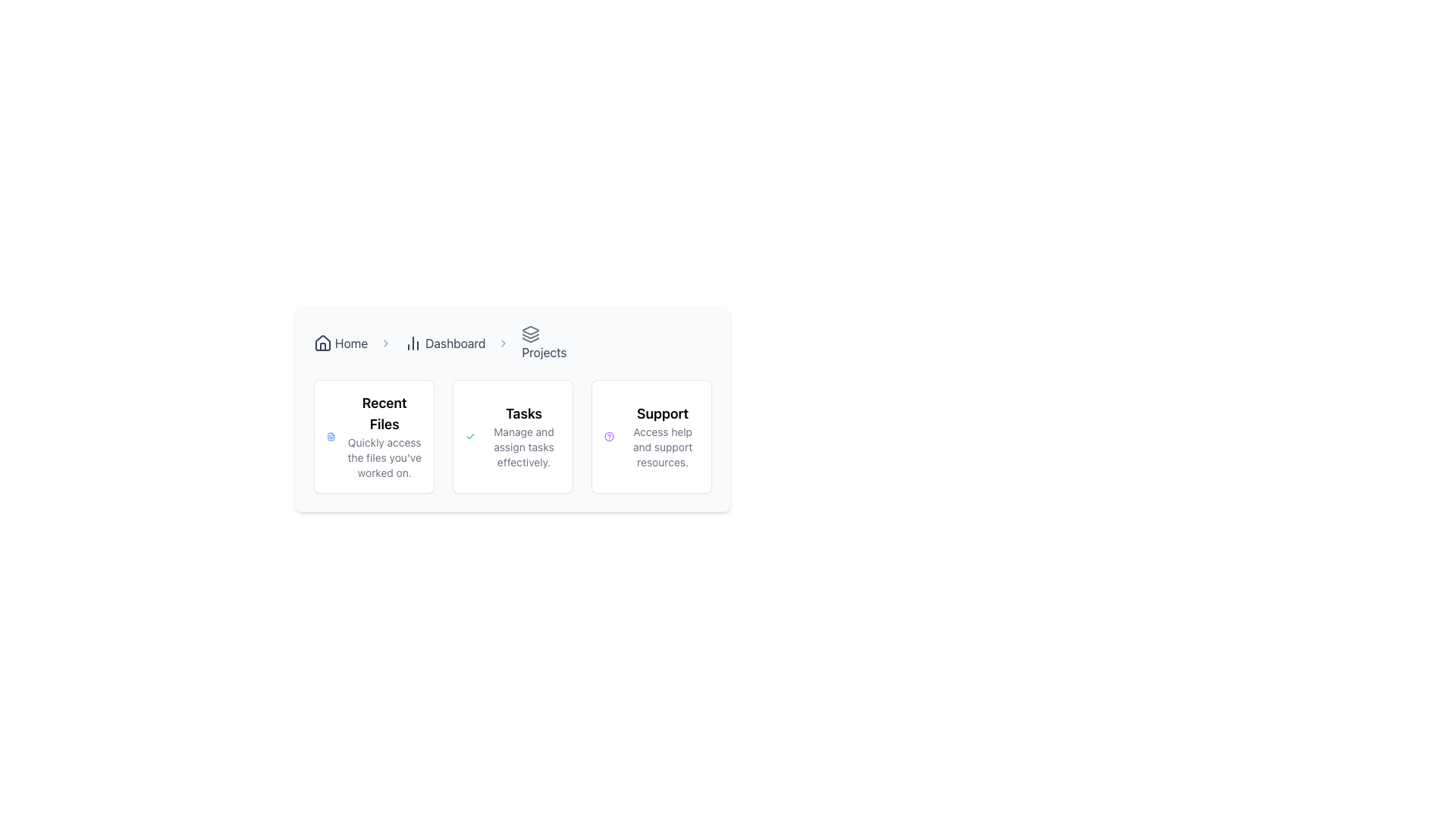 The width and height of the screenshot is (1456, 819). What do you see at coordinates (322, 343) in the screenshot?
I see `the home icon, which is a stylized house with a triangular roof and rectangular base, located in the navigation bar next to the text 'Home'` at bounding box center [322, 343].